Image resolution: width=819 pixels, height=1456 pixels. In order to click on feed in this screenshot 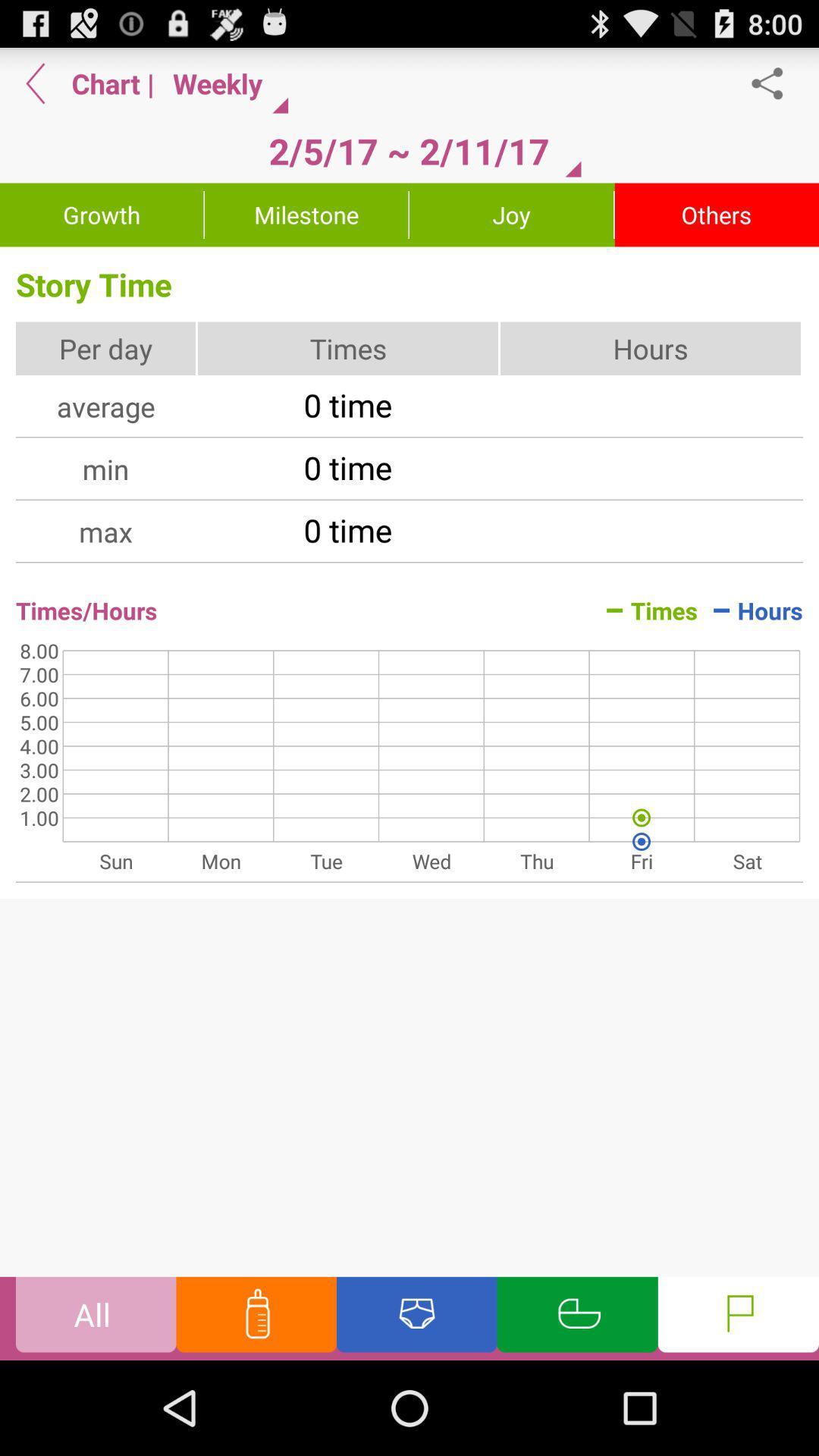, I will do `click(256, 1317)`.